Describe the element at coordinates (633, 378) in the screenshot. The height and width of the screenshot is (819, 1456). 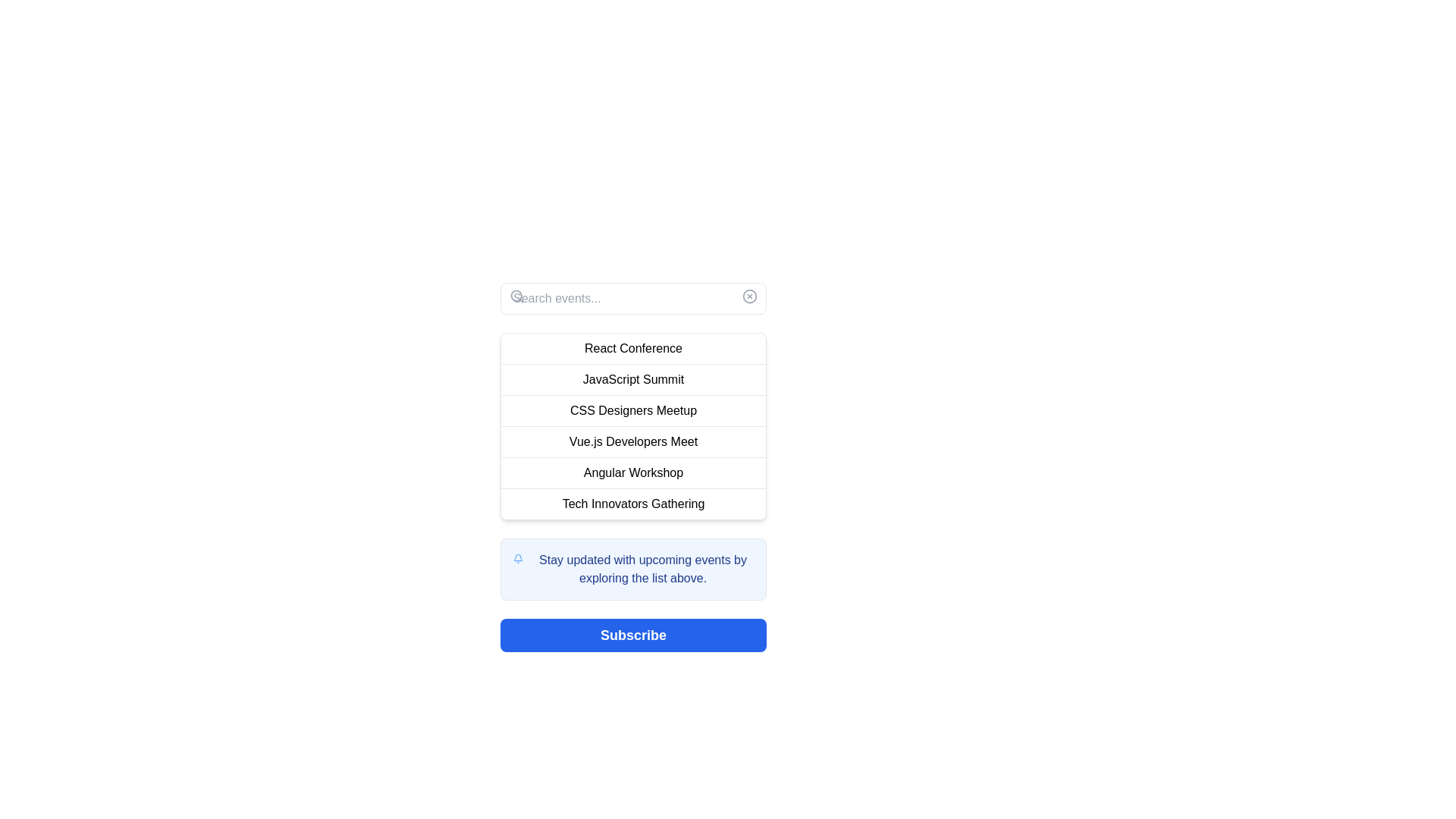
I see `the list item displaying 'JavaScript Summit'` at that location.